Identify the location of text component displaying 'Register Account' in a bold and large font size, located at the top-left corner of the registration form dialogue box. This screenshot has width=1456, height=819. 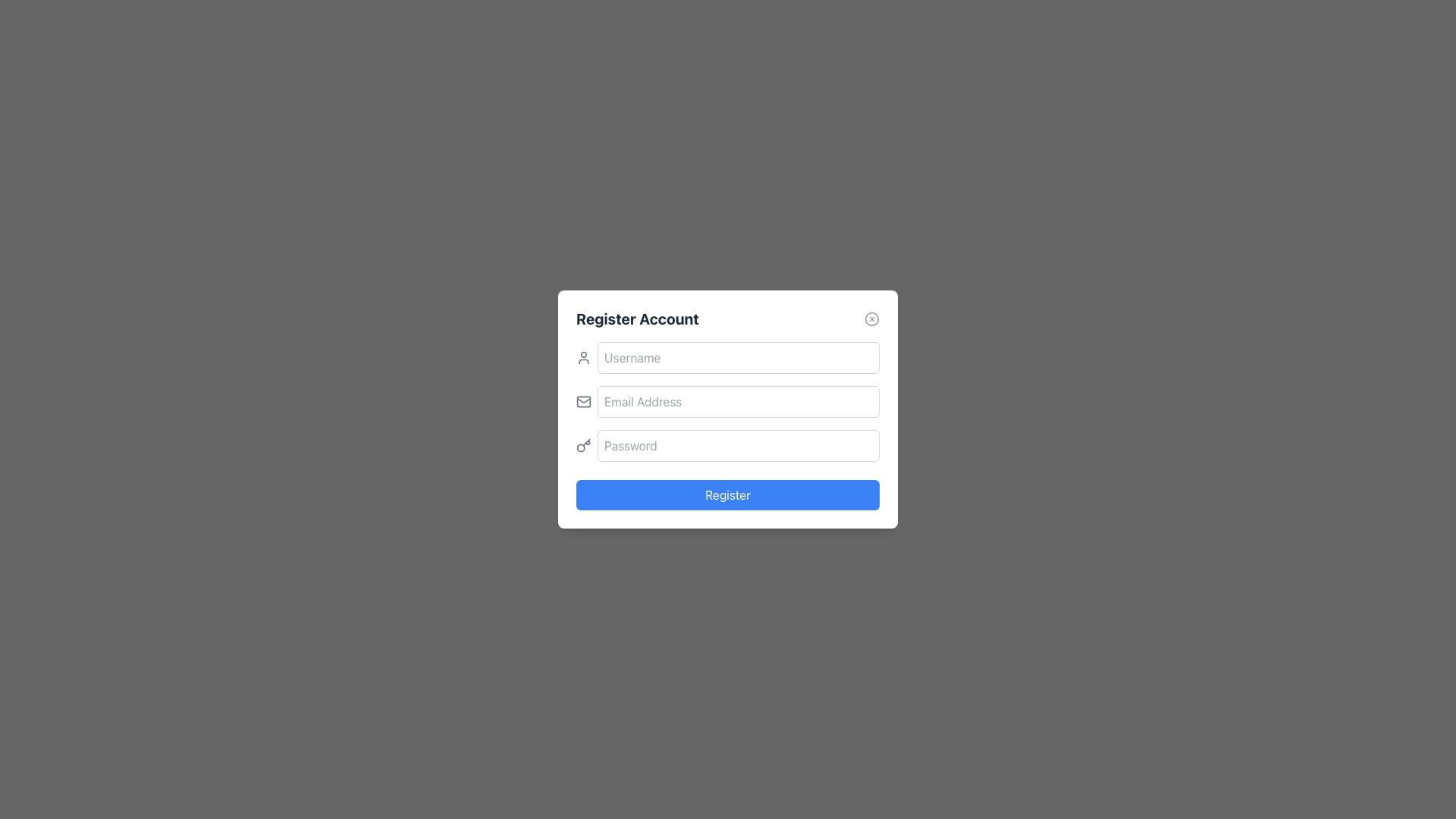
(637, 318).